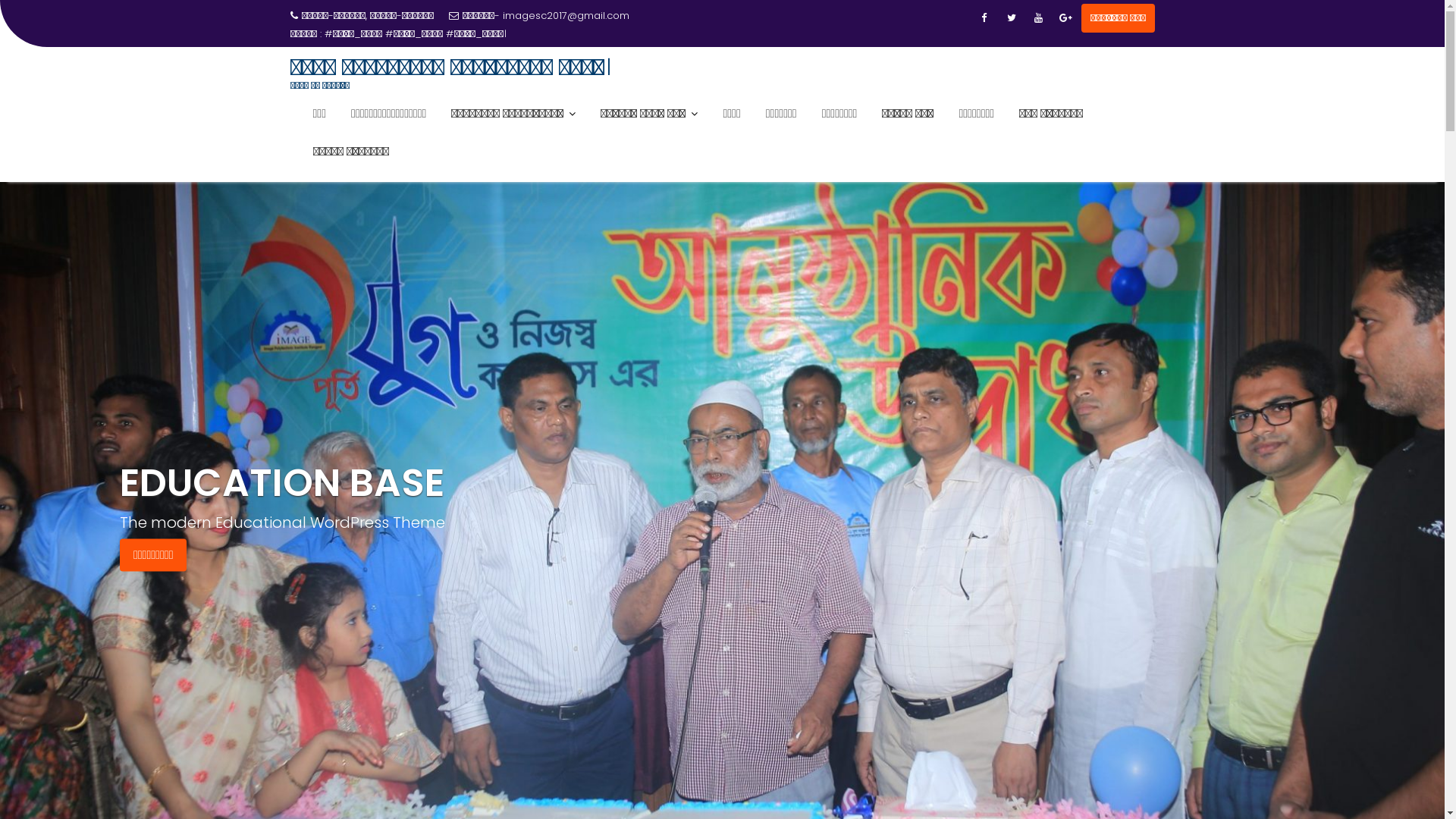 The width and height of the screenshot is (1456, 819). I want to click on 'Facebook', so click(984, 17).